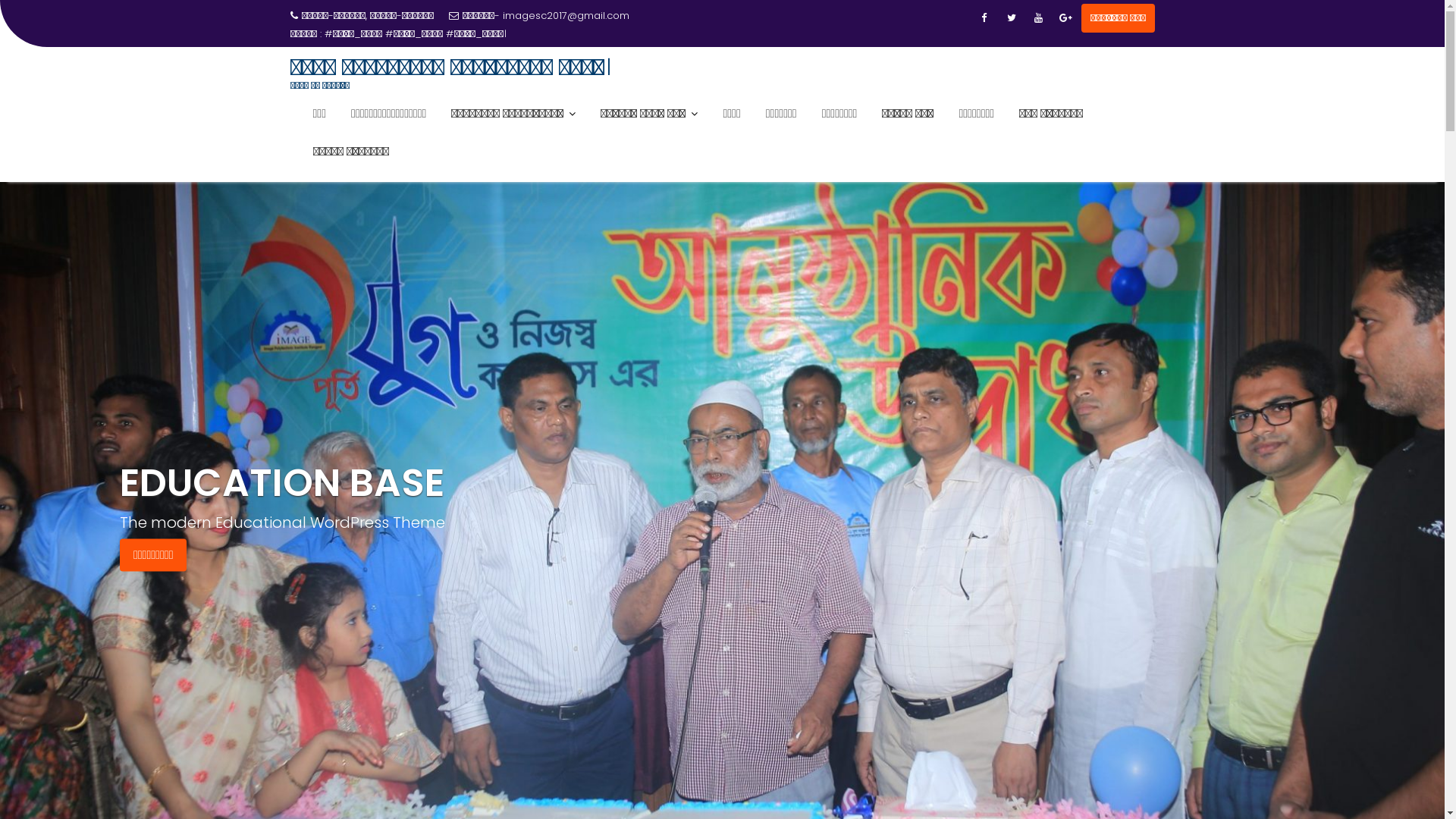 The width and height of the screenshot is (1456, 819). I want to click on 'Facebook', so click(984, 17).